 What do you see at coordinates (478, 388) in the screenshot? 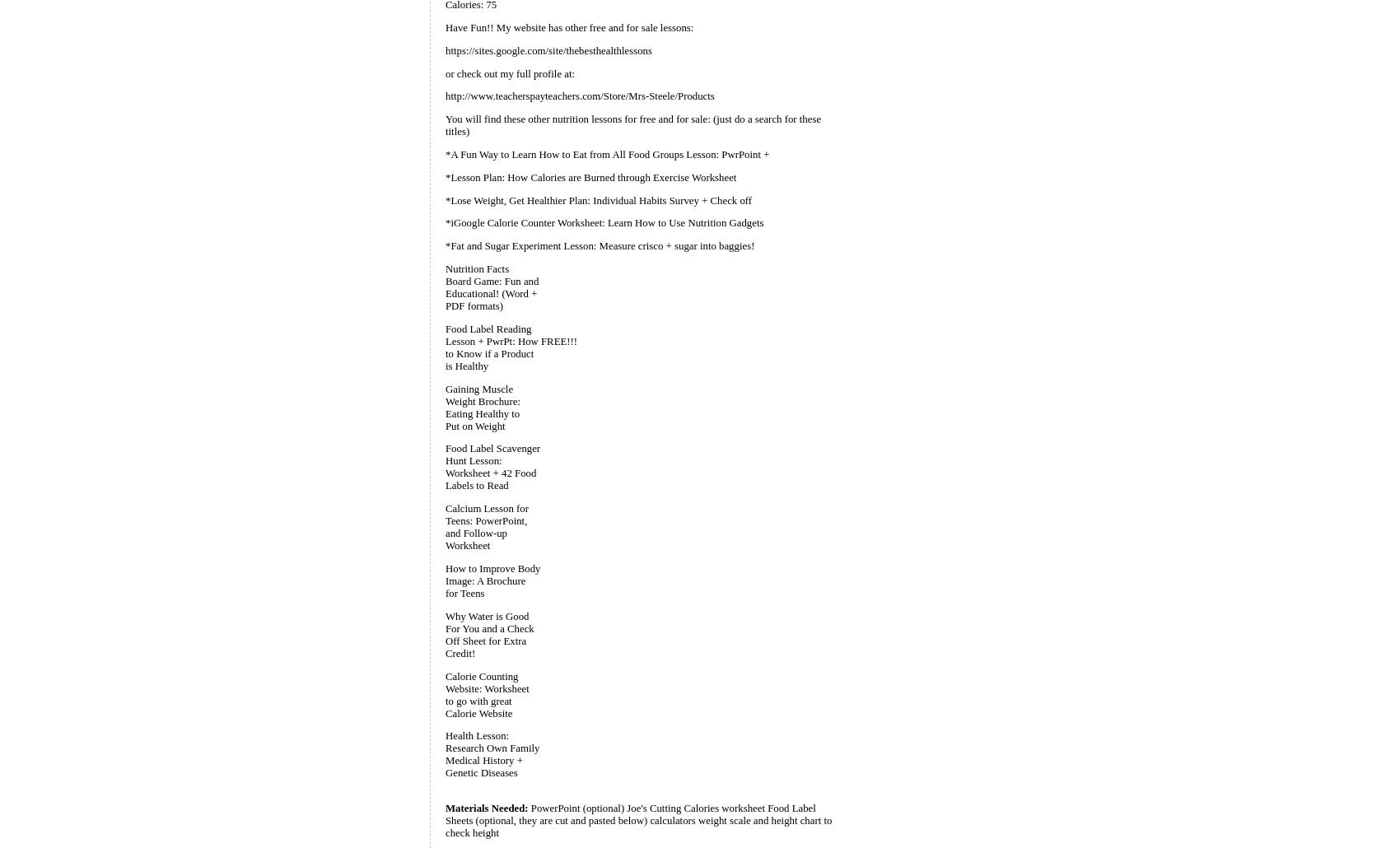
I see `'Gaining Muscle'` at bounding box center [478, 388].